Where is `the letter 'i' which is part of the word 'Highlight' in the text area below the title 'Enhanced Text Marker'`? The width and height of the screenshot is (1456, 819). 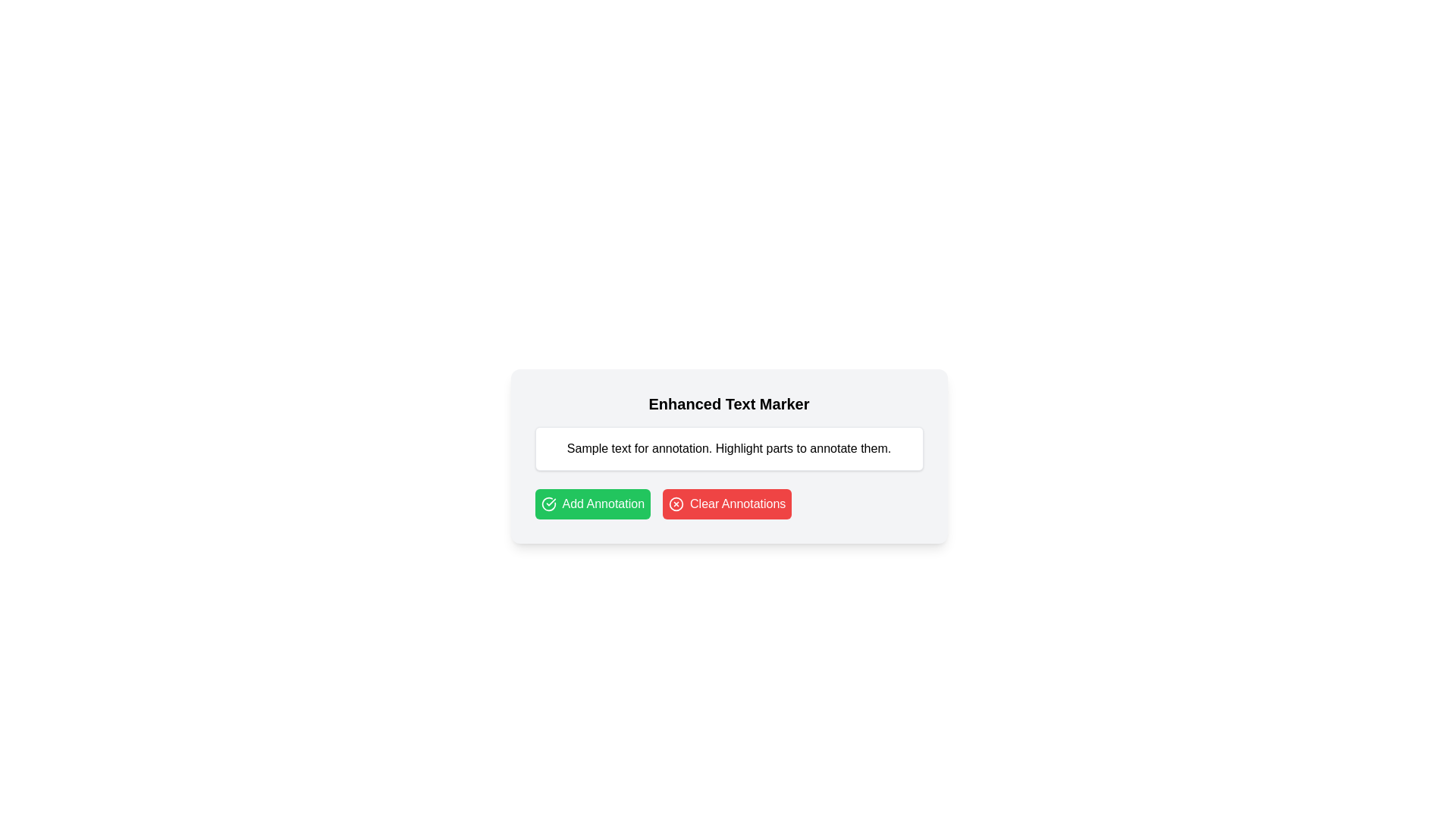
the letter 'i' which is part of the word 'Highlight' in the text area below the title 'Enhanced Text Marker' is located at coordinates (725, 447).